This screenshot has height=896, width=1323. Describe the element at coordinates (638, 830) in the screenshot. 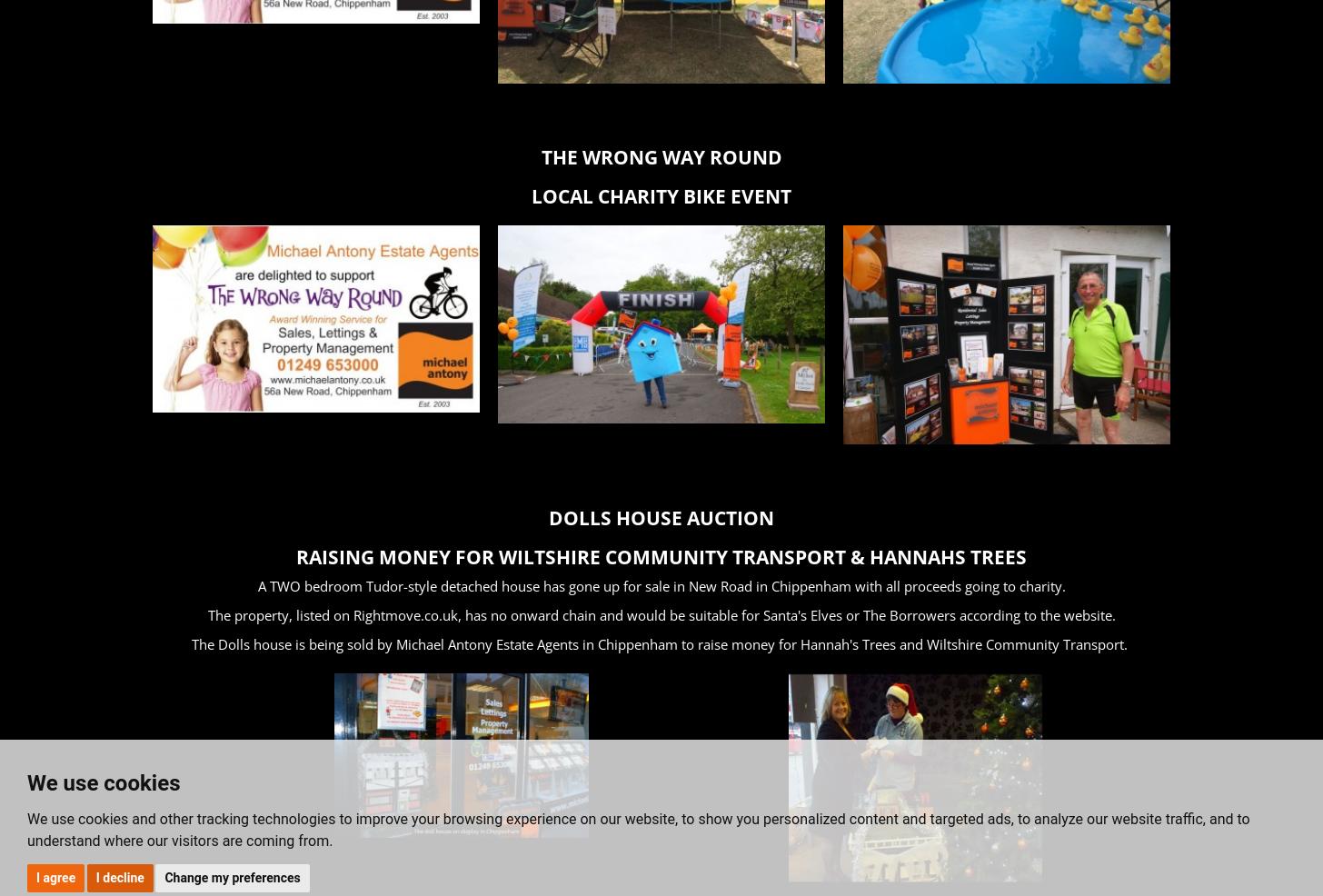

I see `'We use cookies and other tracking technologies to improve your browsing experience on our website, to show you personalized content and targeted ads, to analyze our website traffic, and to understand where our visitors are coming from.'` at that location.